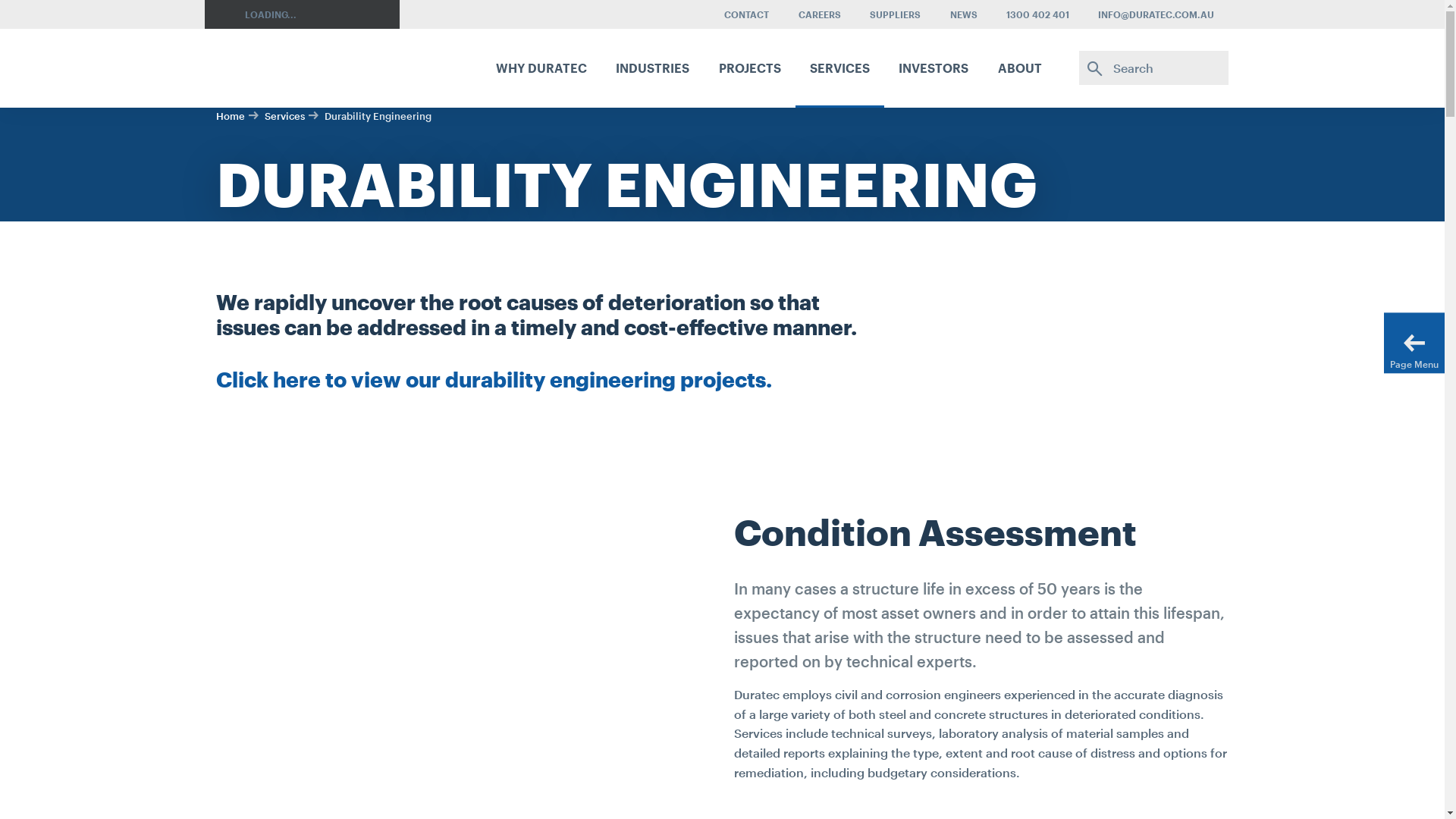  Describe the element at coordinates (493, 378) in the screenshot. I see `'Click here to view our durability engineering projects.'` at that location.